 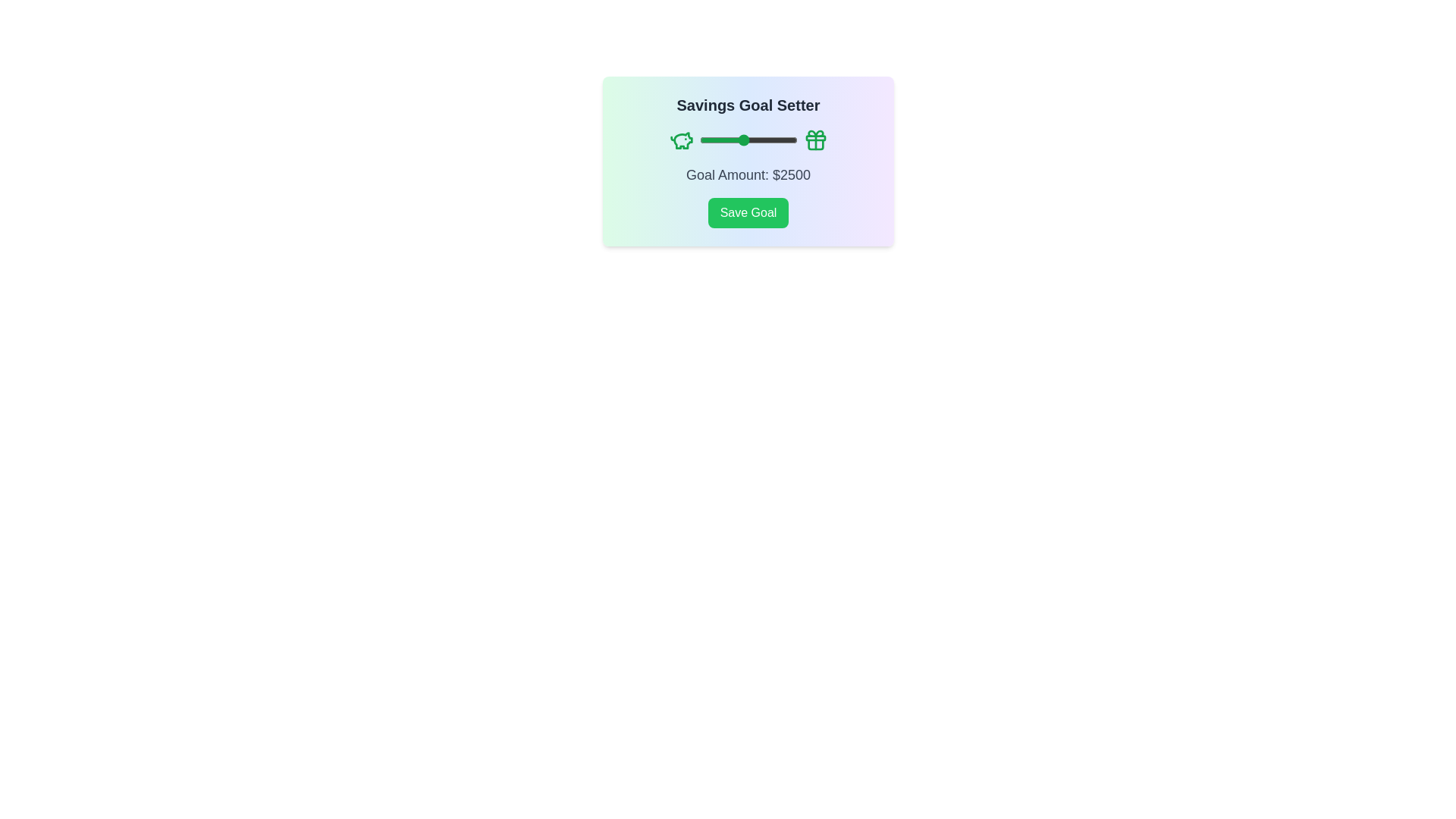 I want to click on the savings goal slider to 4908 by dragging it, so click(x=794, y=140).